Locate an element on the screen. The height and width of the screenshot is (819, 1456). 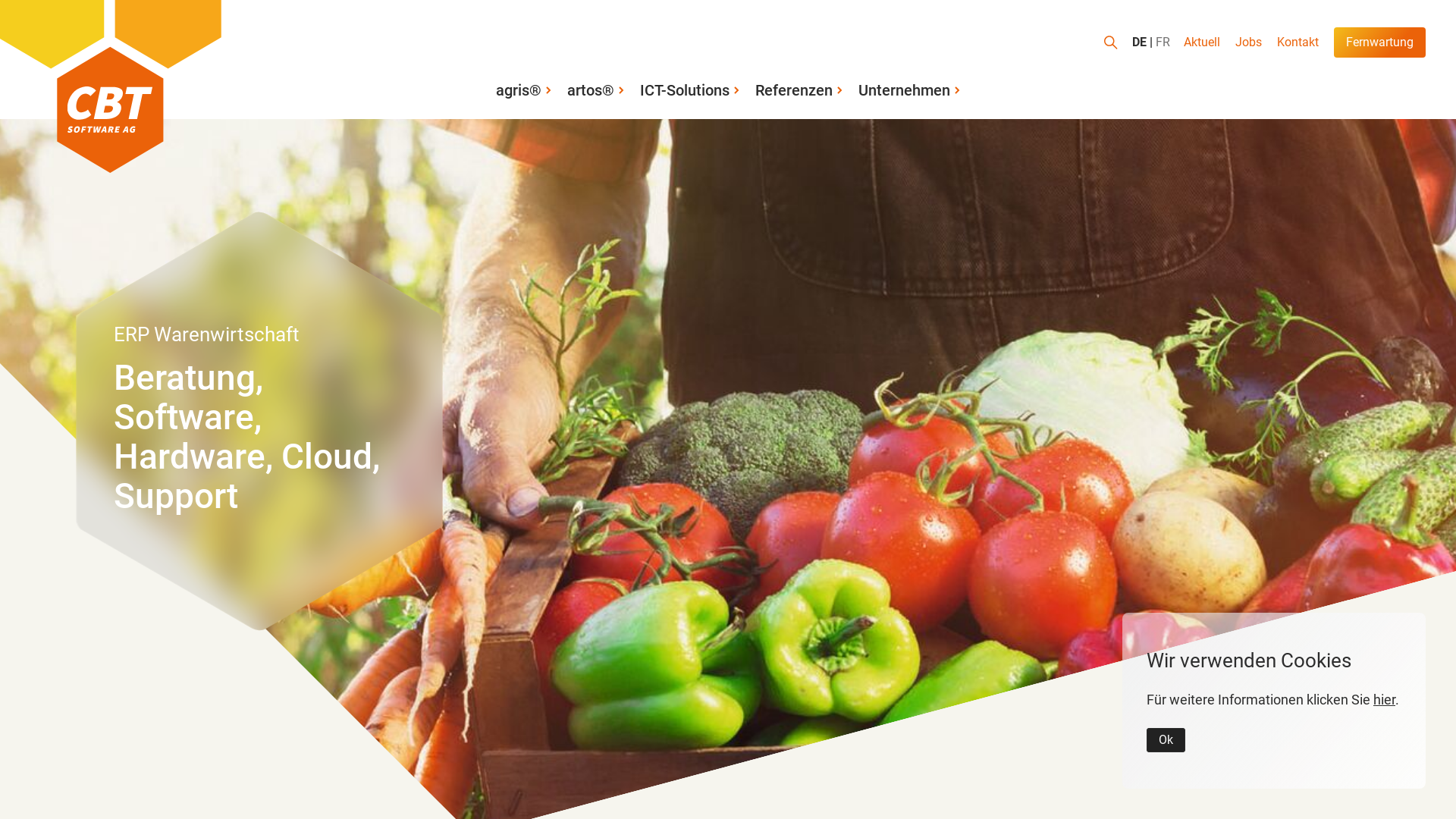
'Kontakt' is located at coordinates (1269, 42).